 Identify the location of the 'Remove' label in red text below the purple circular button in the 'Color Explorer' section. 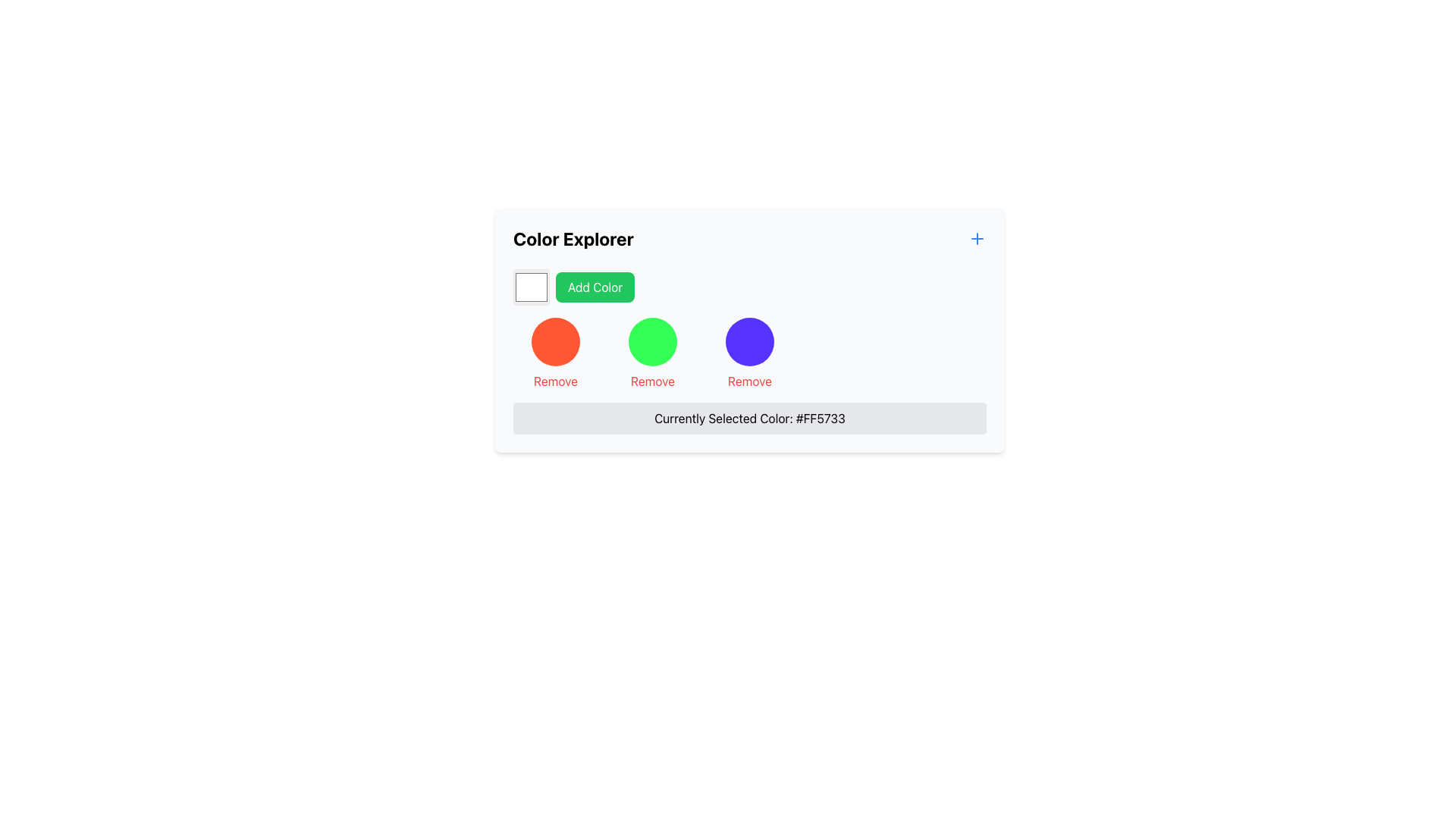
(749, 353).